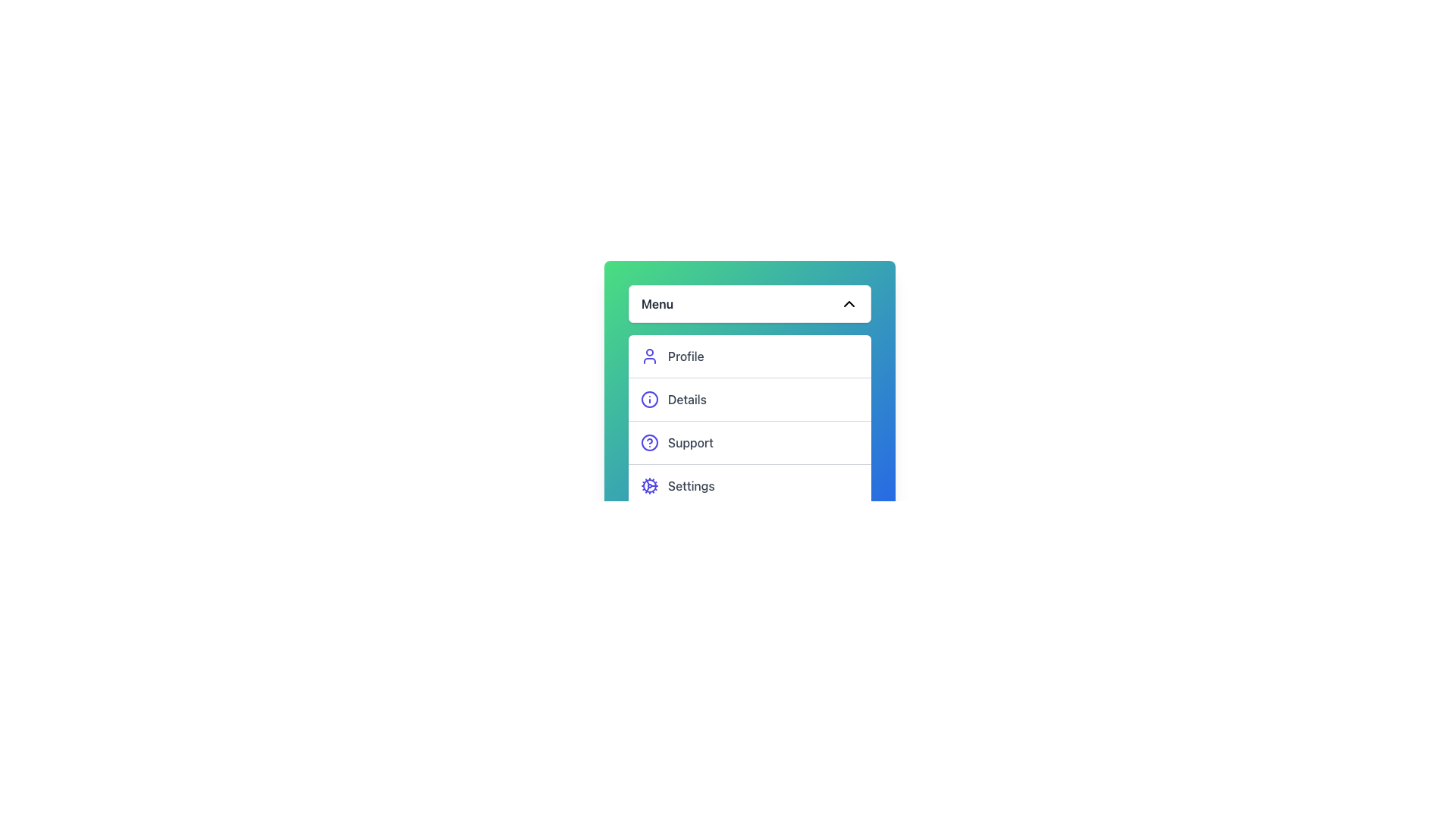 The image size is (1456, 819). I want to click on the settings icon located to the left of the 'Settings' text label in the settings menu, so click(650, 485).